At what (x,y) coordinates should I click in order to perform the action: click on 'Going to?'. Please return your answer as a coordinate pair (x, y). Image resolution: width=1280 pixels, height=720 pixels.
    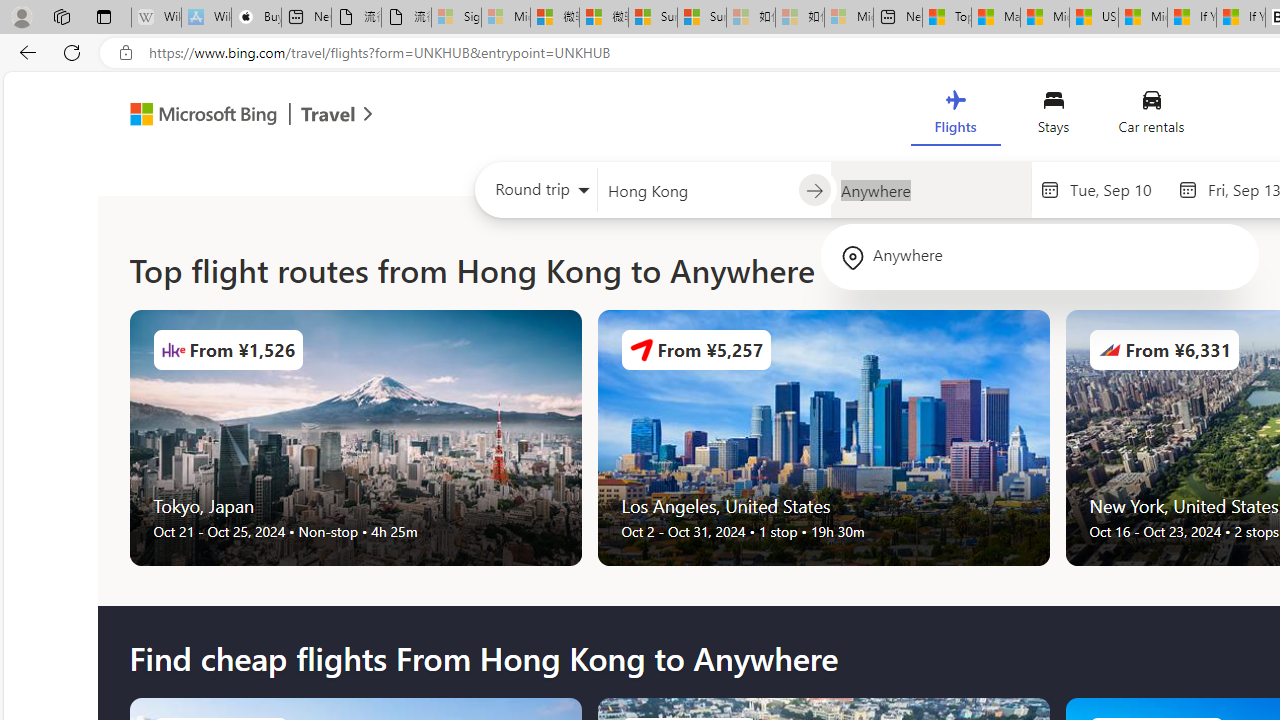
    Looking at the image, I should click on (929, 190).